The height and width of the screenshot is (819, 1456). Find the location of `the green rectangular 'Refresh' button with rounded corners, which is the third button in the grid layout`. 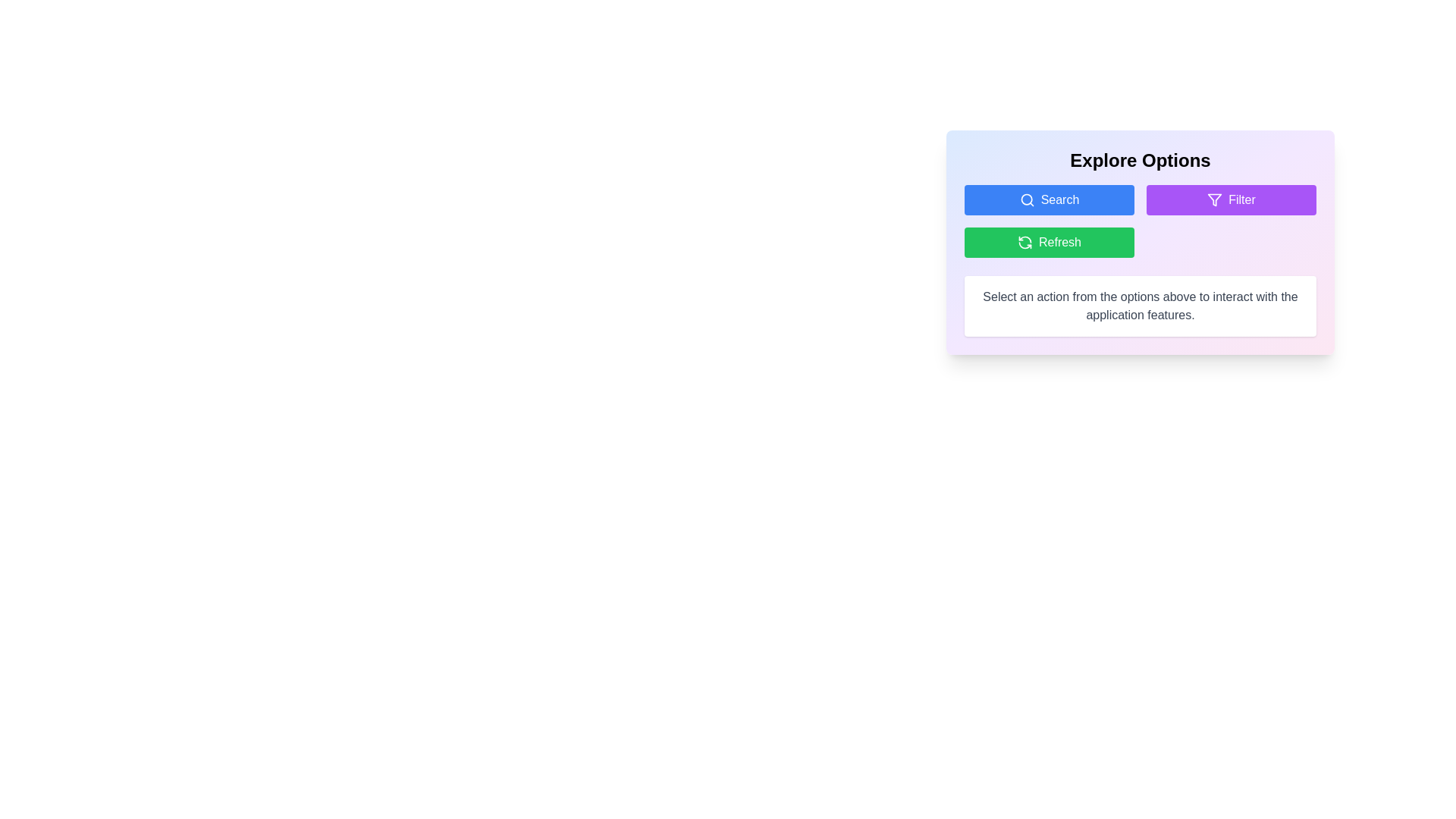

the green rectangular 'Refresh' button with rounded corners, which is the third button in the grid layout is located at coordinates (1048, 242).